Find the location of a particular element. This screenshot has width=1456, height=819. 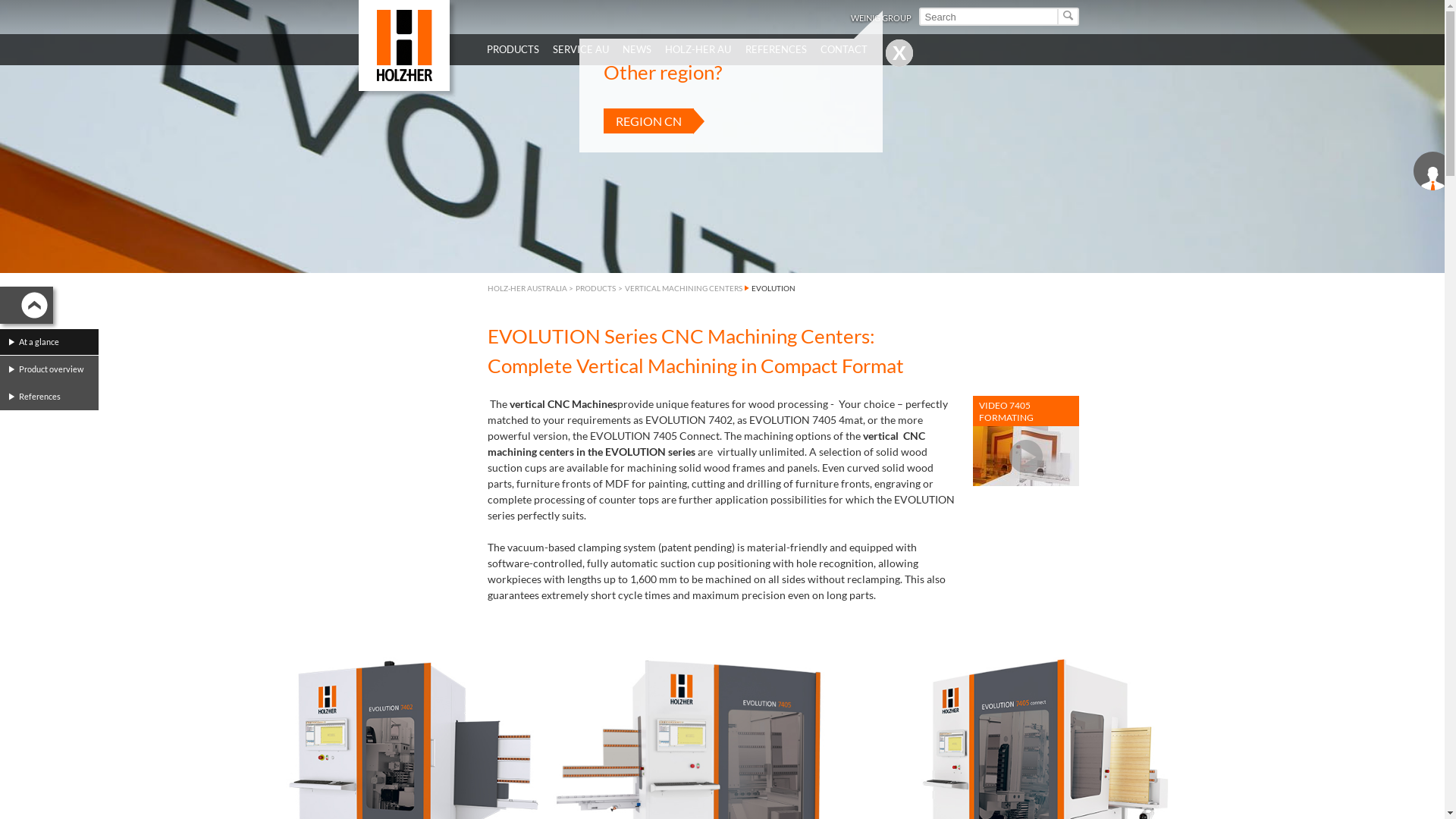

'VIDEO 7405 FORMATING' is located at coordinates (971, 441).